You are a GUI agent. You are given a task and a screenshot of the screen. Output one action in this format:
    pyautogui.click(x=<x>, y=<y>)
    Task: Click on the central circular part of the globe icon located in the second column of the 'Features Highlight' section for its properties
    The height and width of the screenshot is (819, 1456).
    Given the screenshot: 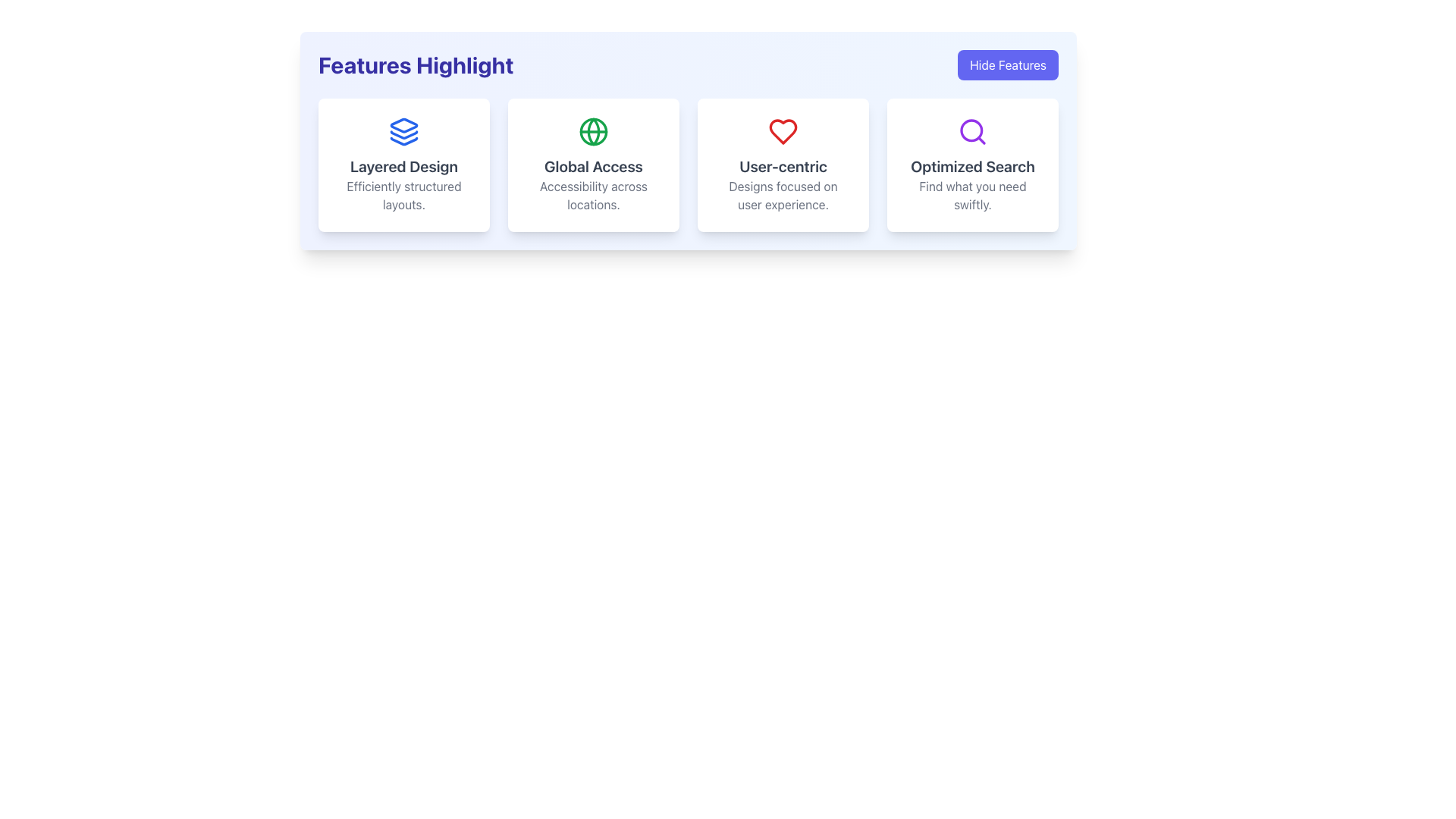 What is the action you would take?
    pyautogui.click(x=592, y=130)
    